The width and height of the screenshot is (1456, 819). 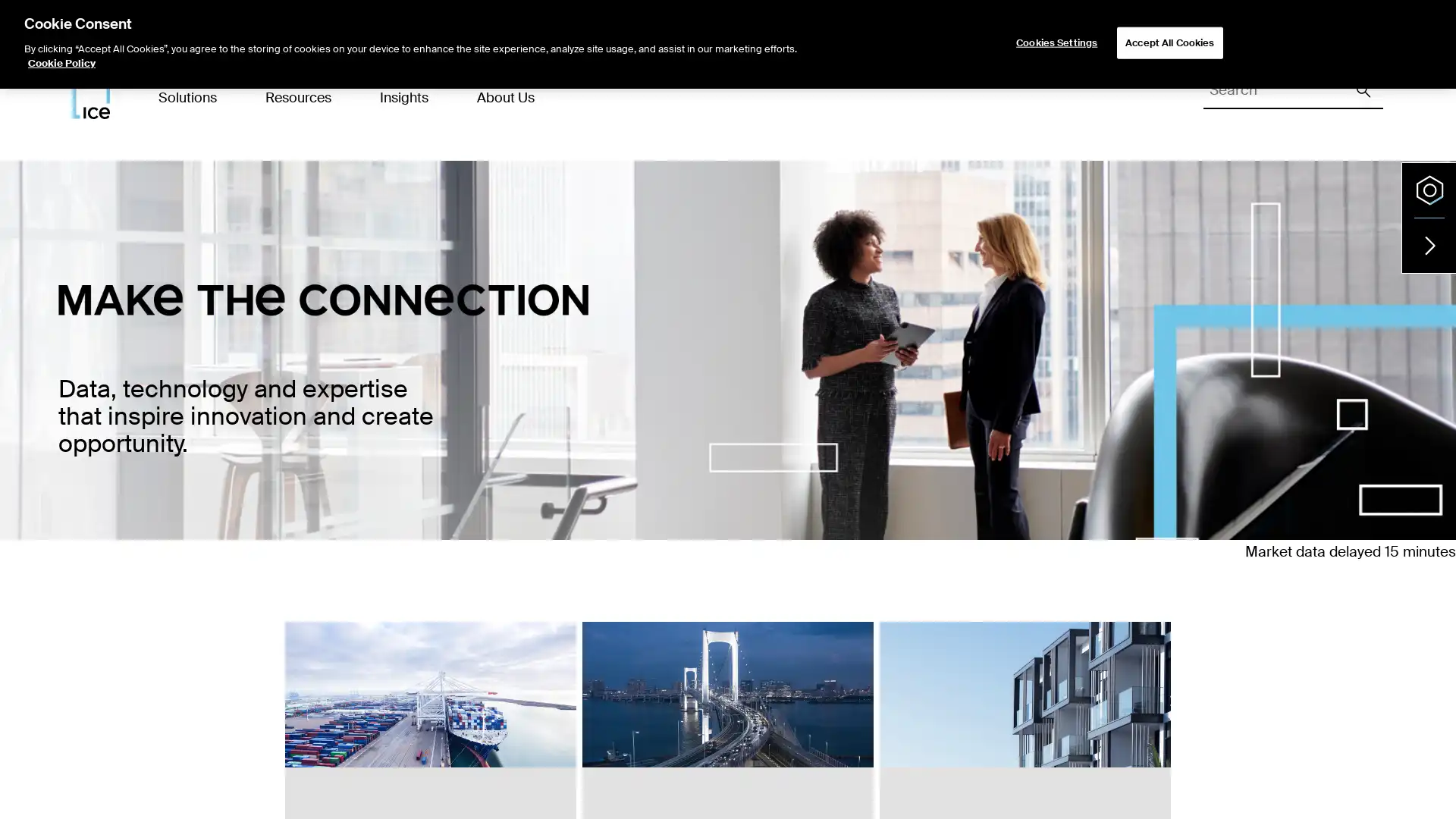 I want to click on Accept All Cookies, so click(x=1169, y=42).